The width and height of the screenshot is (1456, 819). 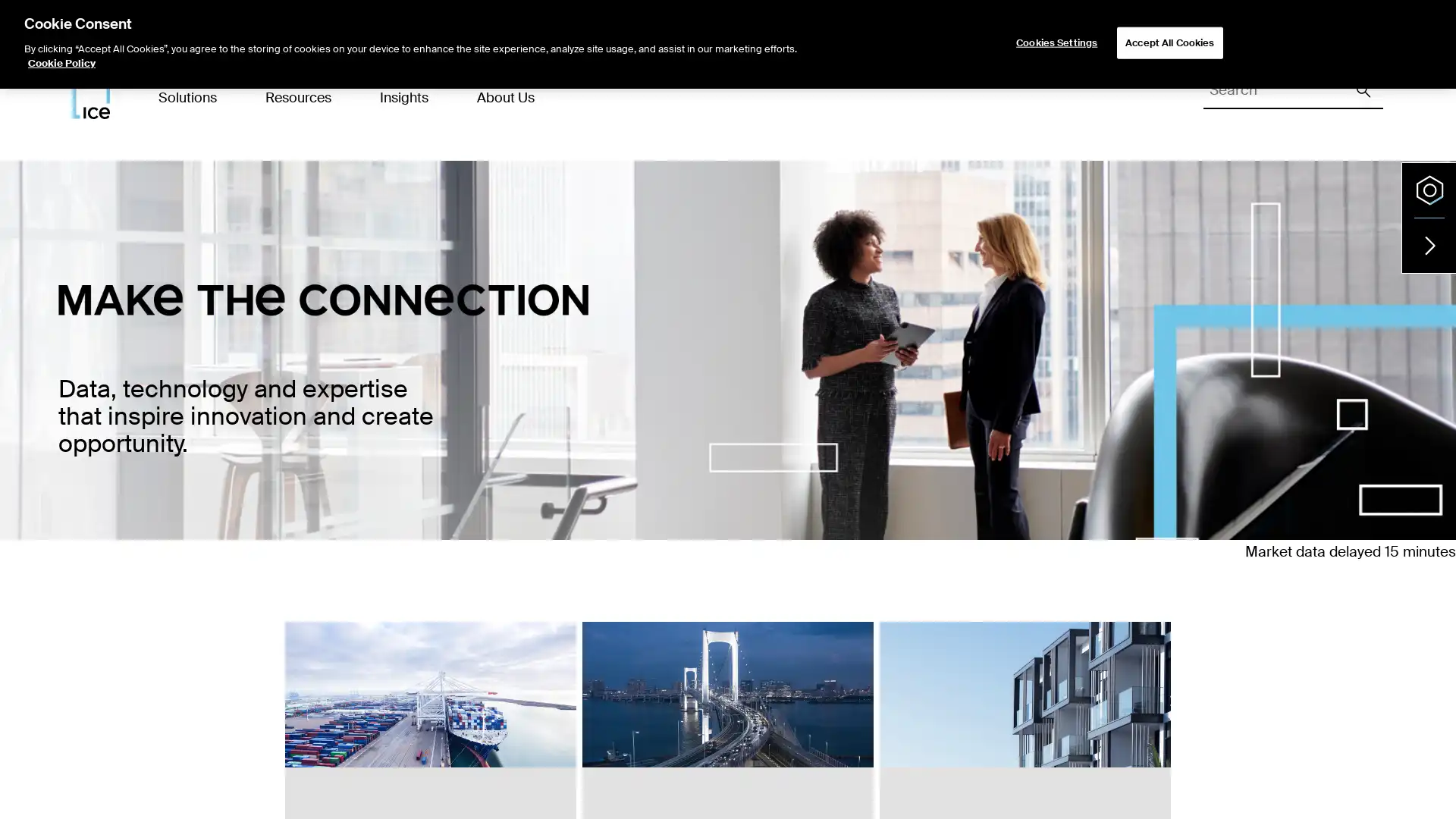 I want to click on Accept All Cookies, so click(x=1169, y=42).